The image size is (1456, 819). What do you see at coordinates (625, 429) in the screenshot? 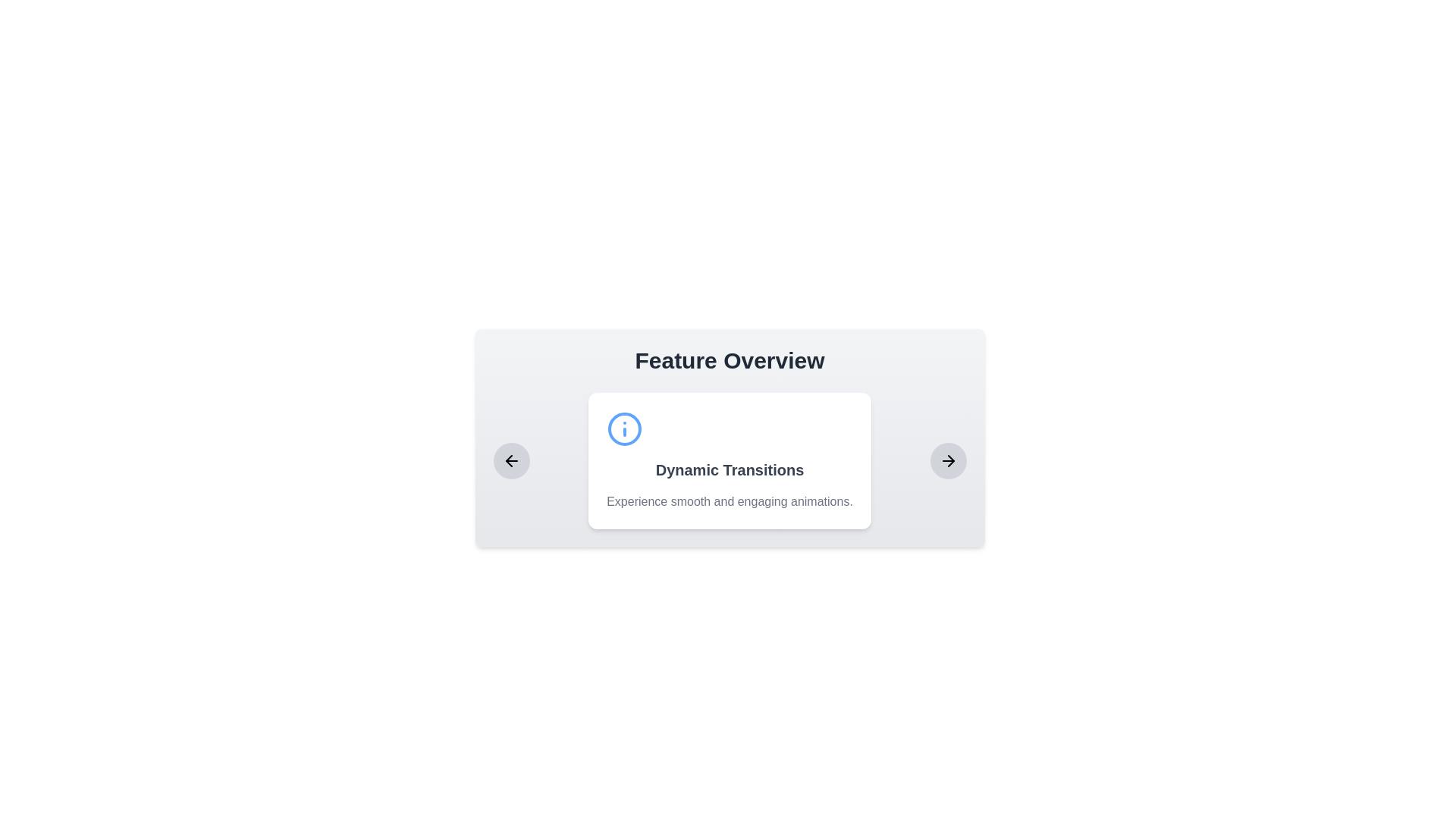
I see `the informational icon located at the top left corner of the 'Dynamic Transitions' card` at bounding box center [625, 429].